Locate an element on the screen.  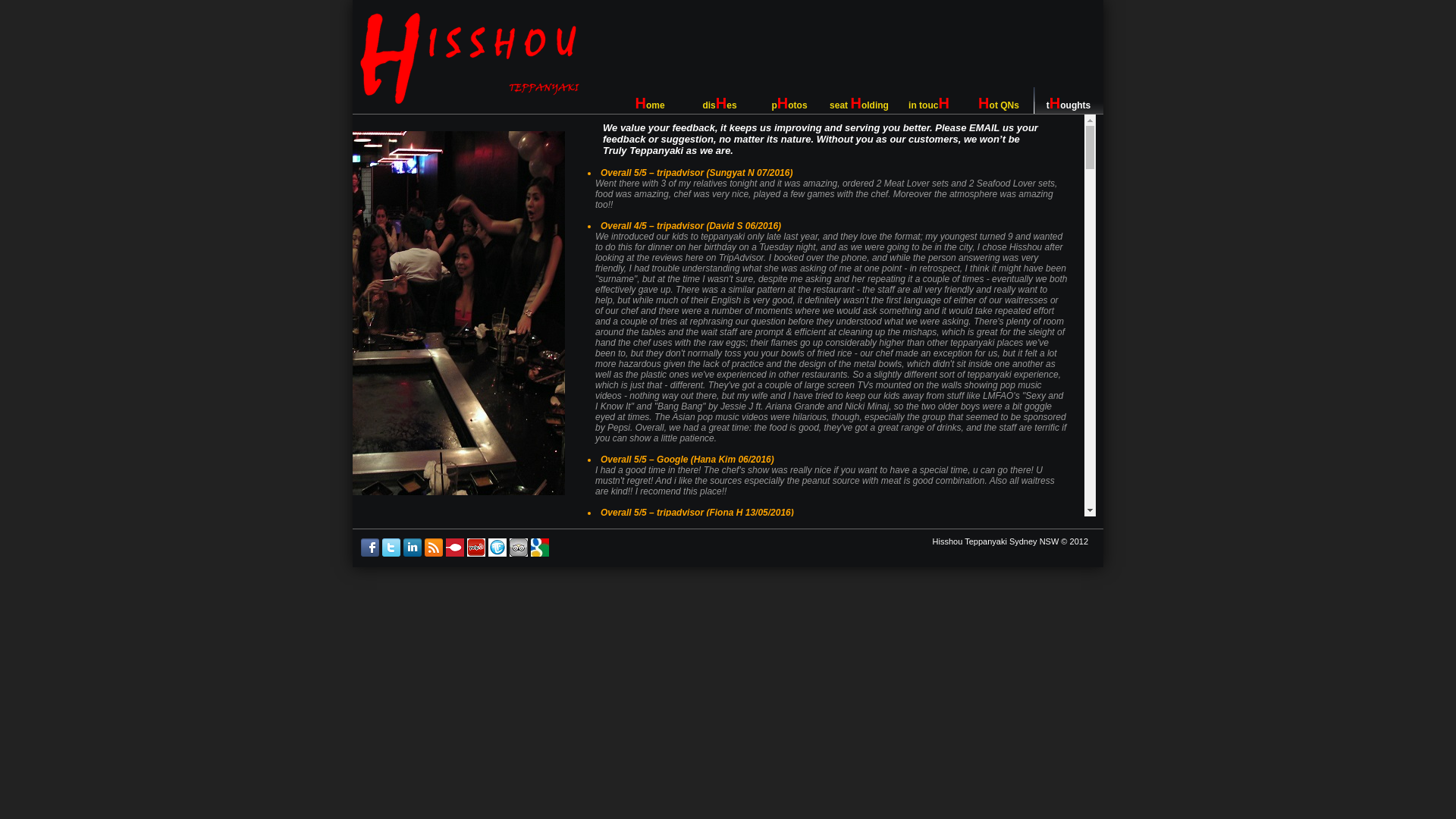
'pHotos' is located at coordinates (789, 99).